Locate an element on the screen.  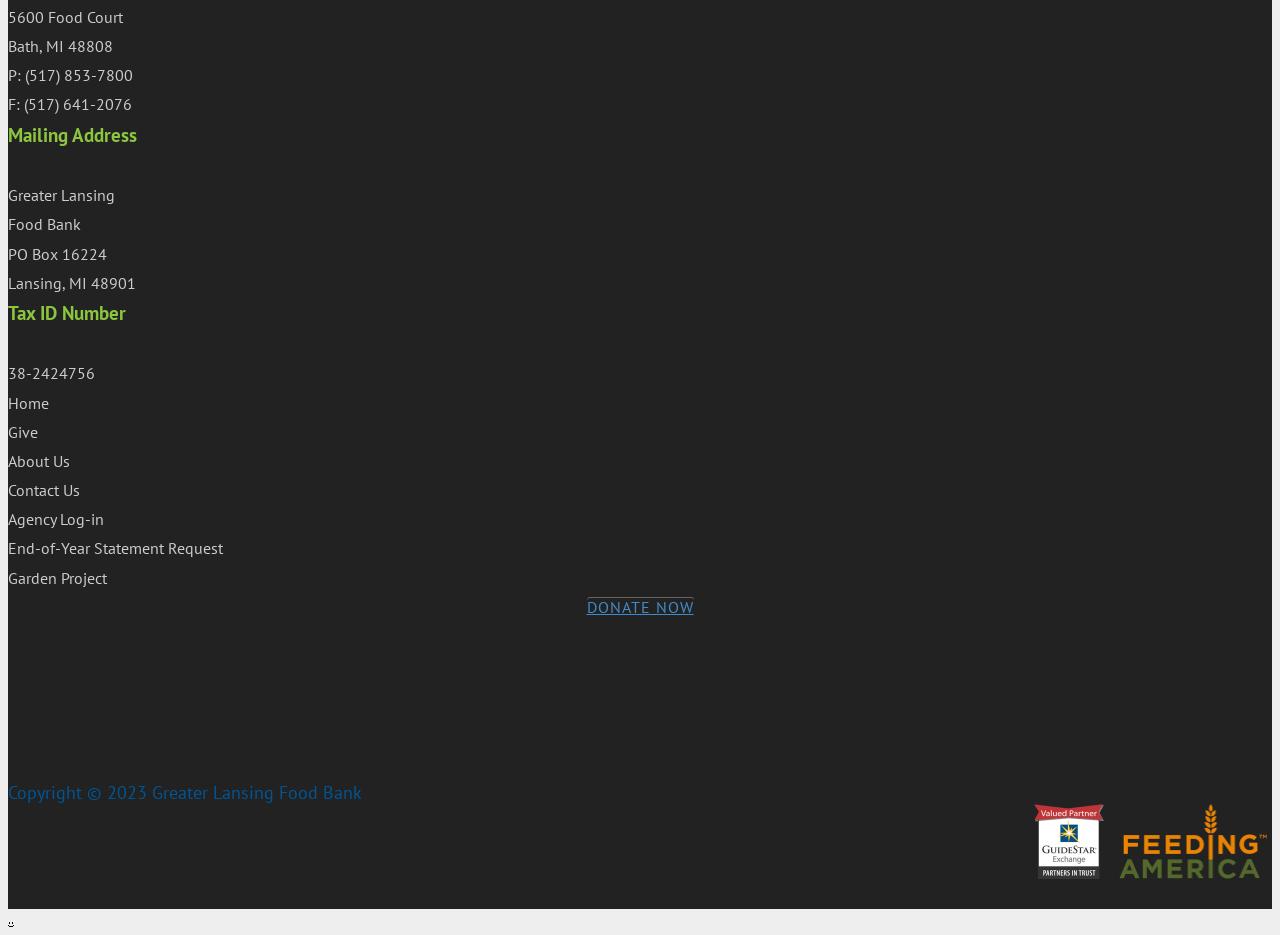
'Home' is located at coordinates (28, 401).